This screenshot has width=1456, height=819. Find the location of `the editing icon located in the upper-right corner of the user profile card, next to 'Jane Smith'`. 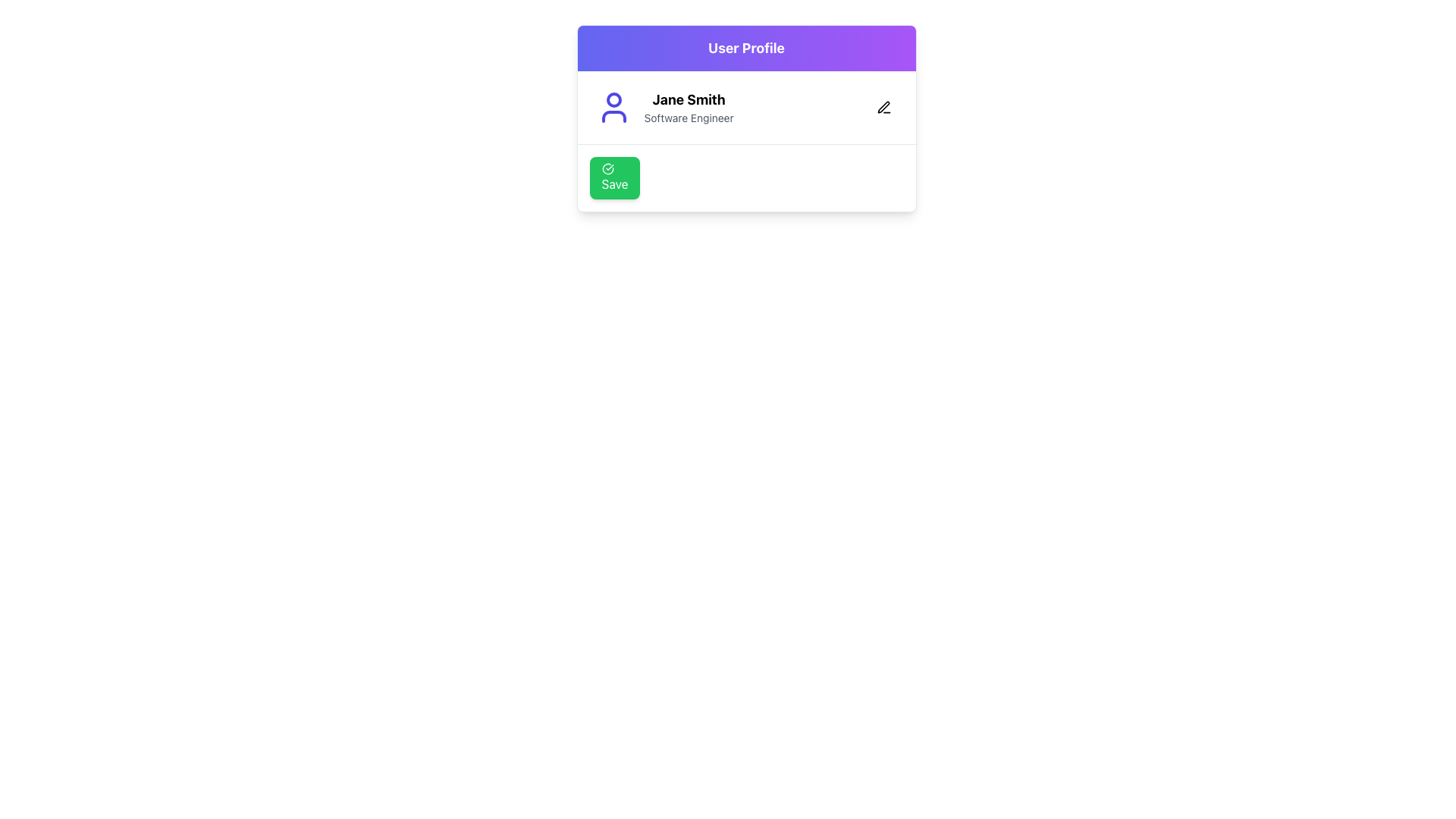

the editing icon located in the upper-right corner of the user profile card, next to 'Jane Smith' is located at coordinates (883, 107).